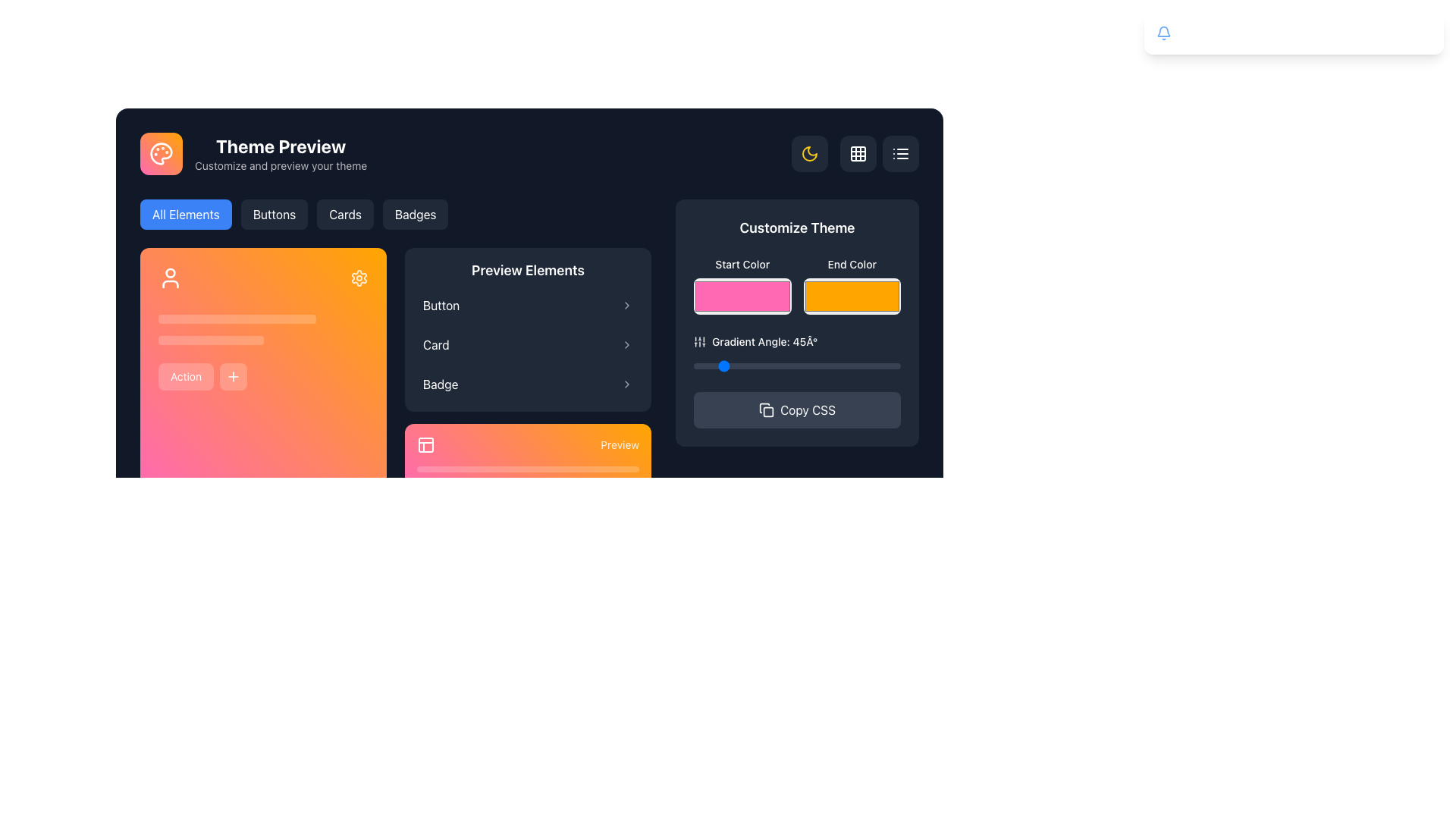 This screenshot has width=1456, height=819. I want to click on the decorative progress bar, which is the shorter horizontal bar with a white, semi-transparent fill located below another similar bar in the left-side panel of the application, so click(210, 339).